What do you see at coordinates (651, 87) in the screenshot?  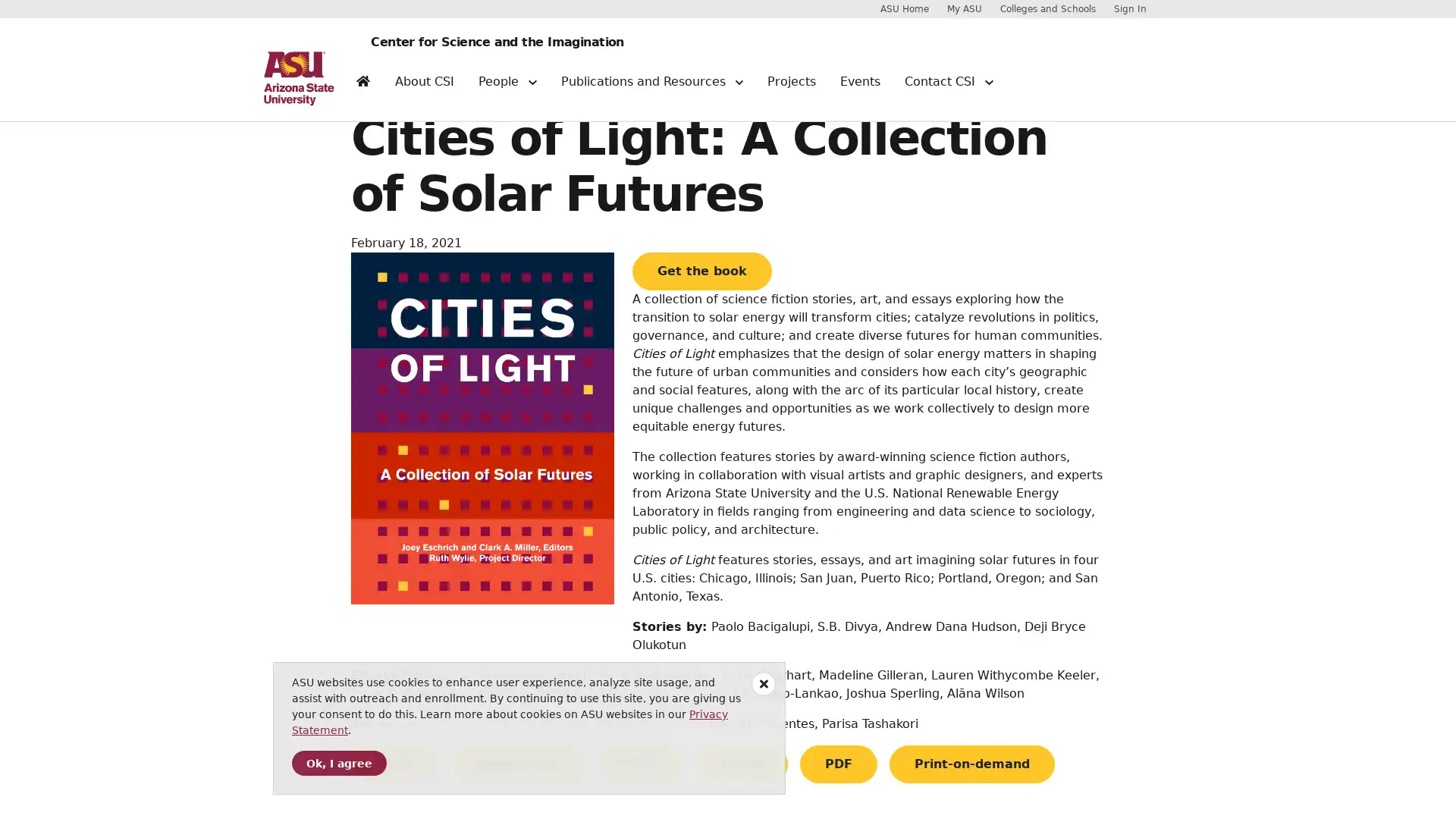 I see `Publications and Resources` at bounding box center [651, 87].